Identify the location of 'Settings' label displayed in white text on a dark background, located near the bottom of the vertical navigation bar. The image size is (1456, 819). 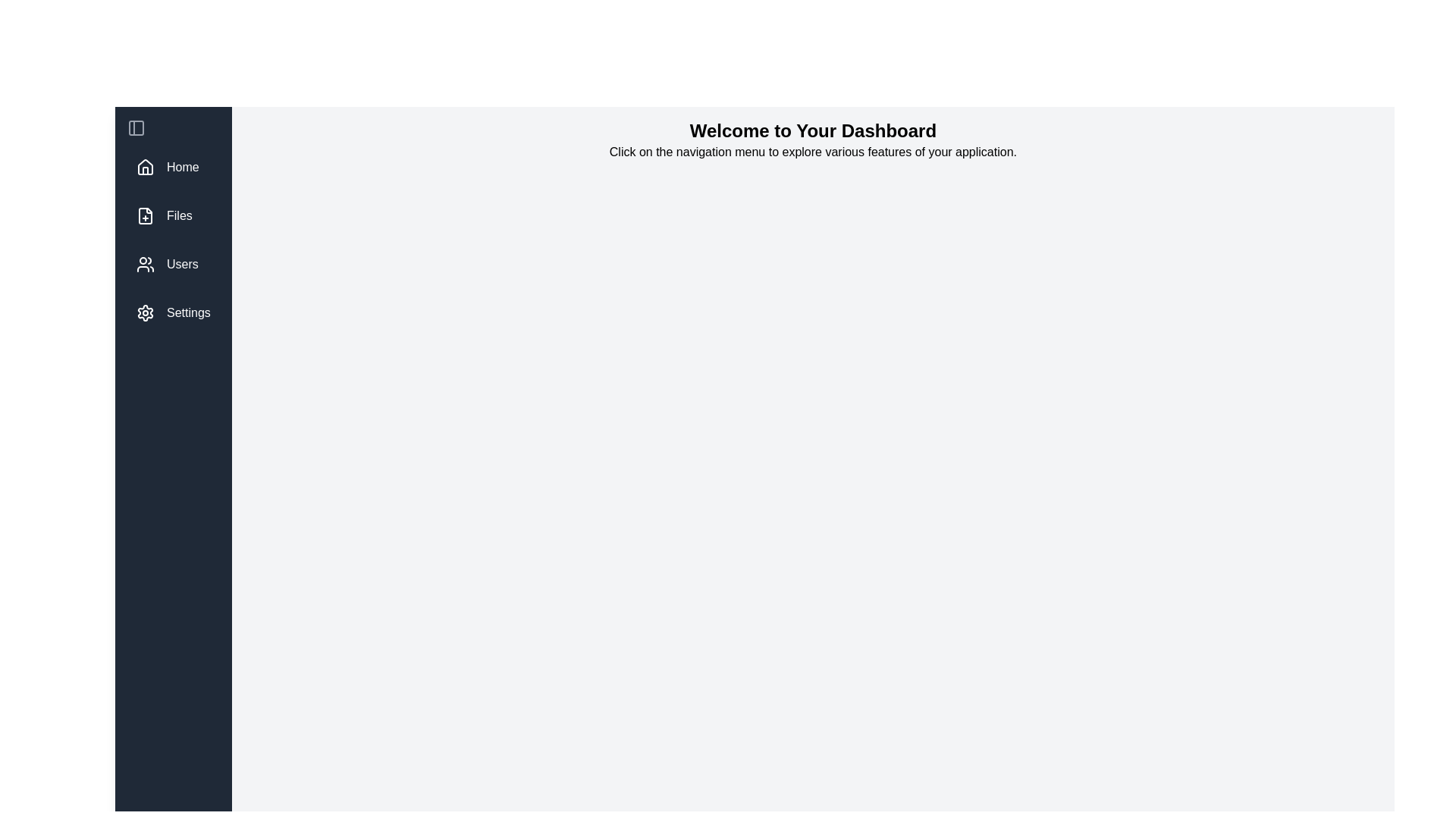
(187, 312).